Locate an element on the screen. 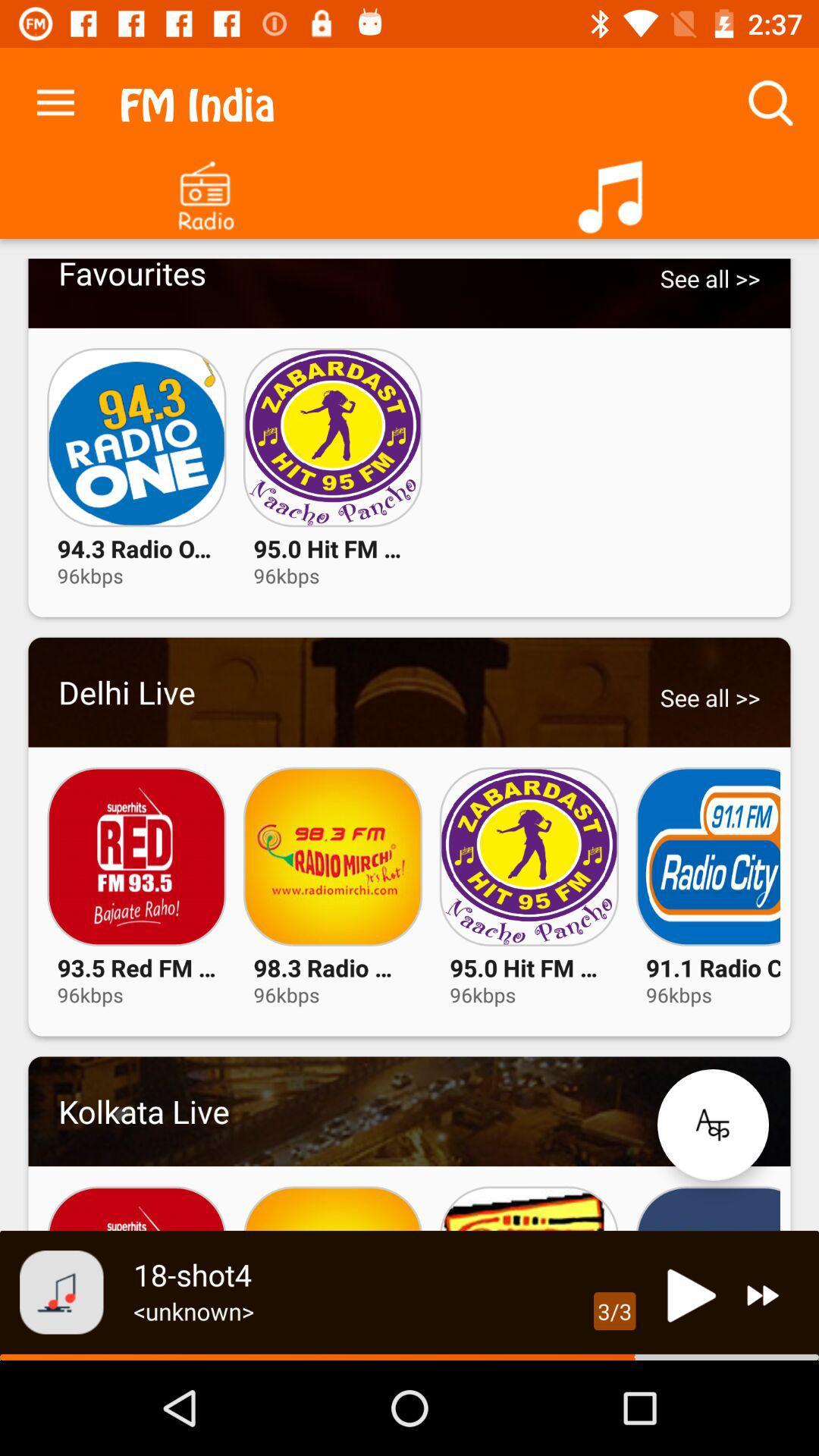  kolkata live is located at coordinates (409, 1111).